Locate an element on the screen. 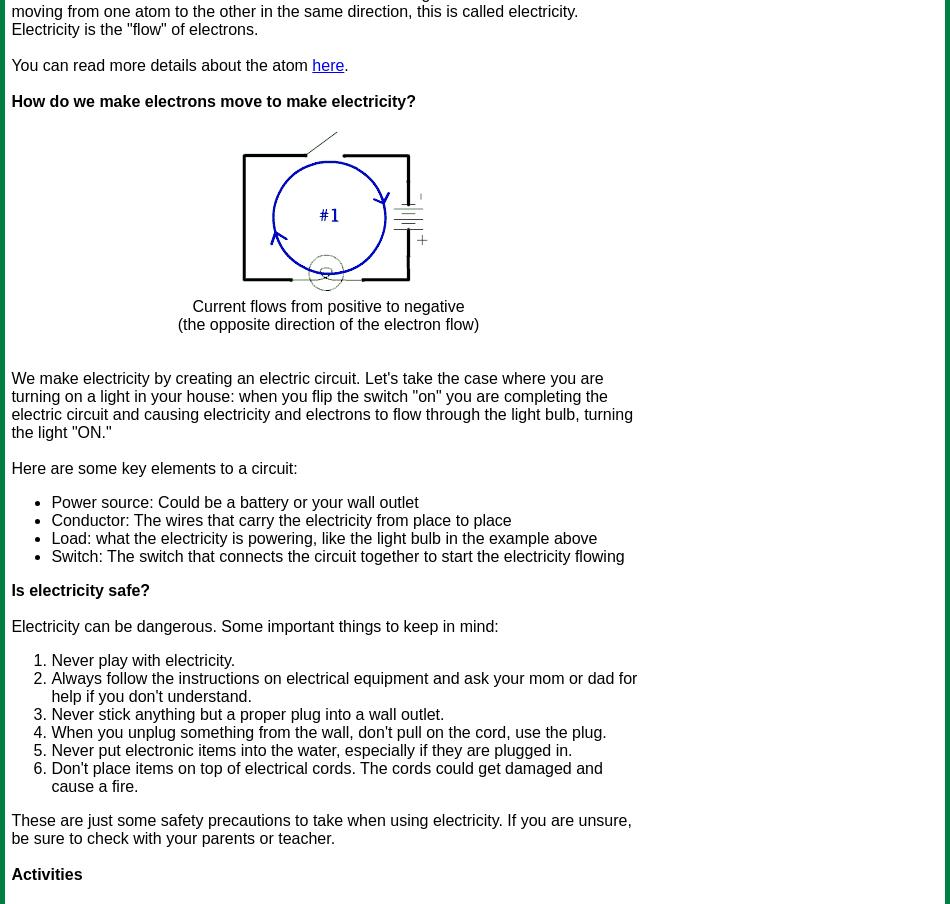  'Always follow the instructions on electrical equipment and ask your mom or dad for help if you don't understand.' is located at coordinates (51, 686).